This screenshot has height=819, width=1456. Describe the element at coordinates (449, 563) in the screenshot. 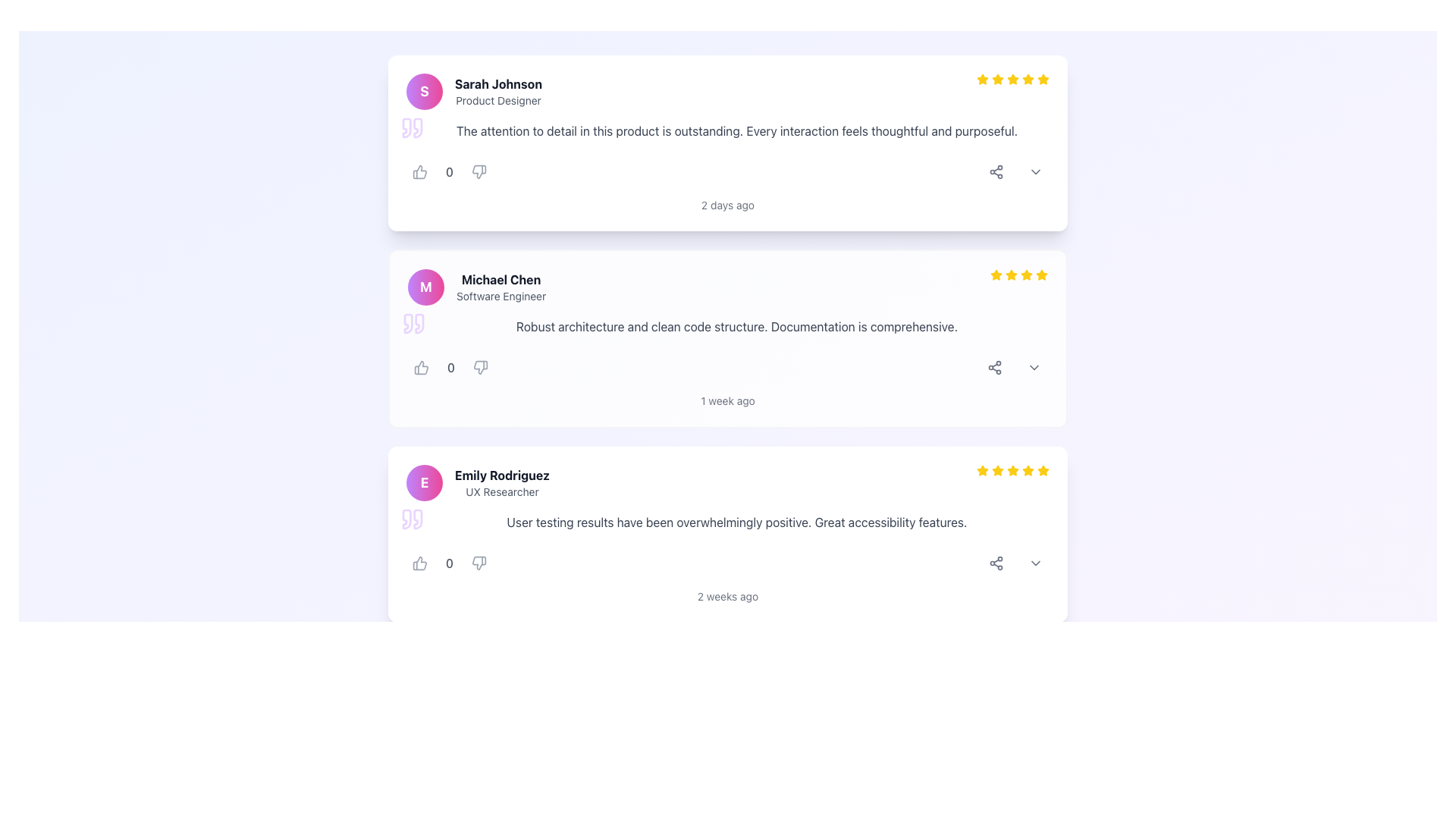

I see `the text displaying the numerical count of interactions located at the bottom-right of the user feedback card, positioned between the thumbs-up and thumbs-down icons` at that location.